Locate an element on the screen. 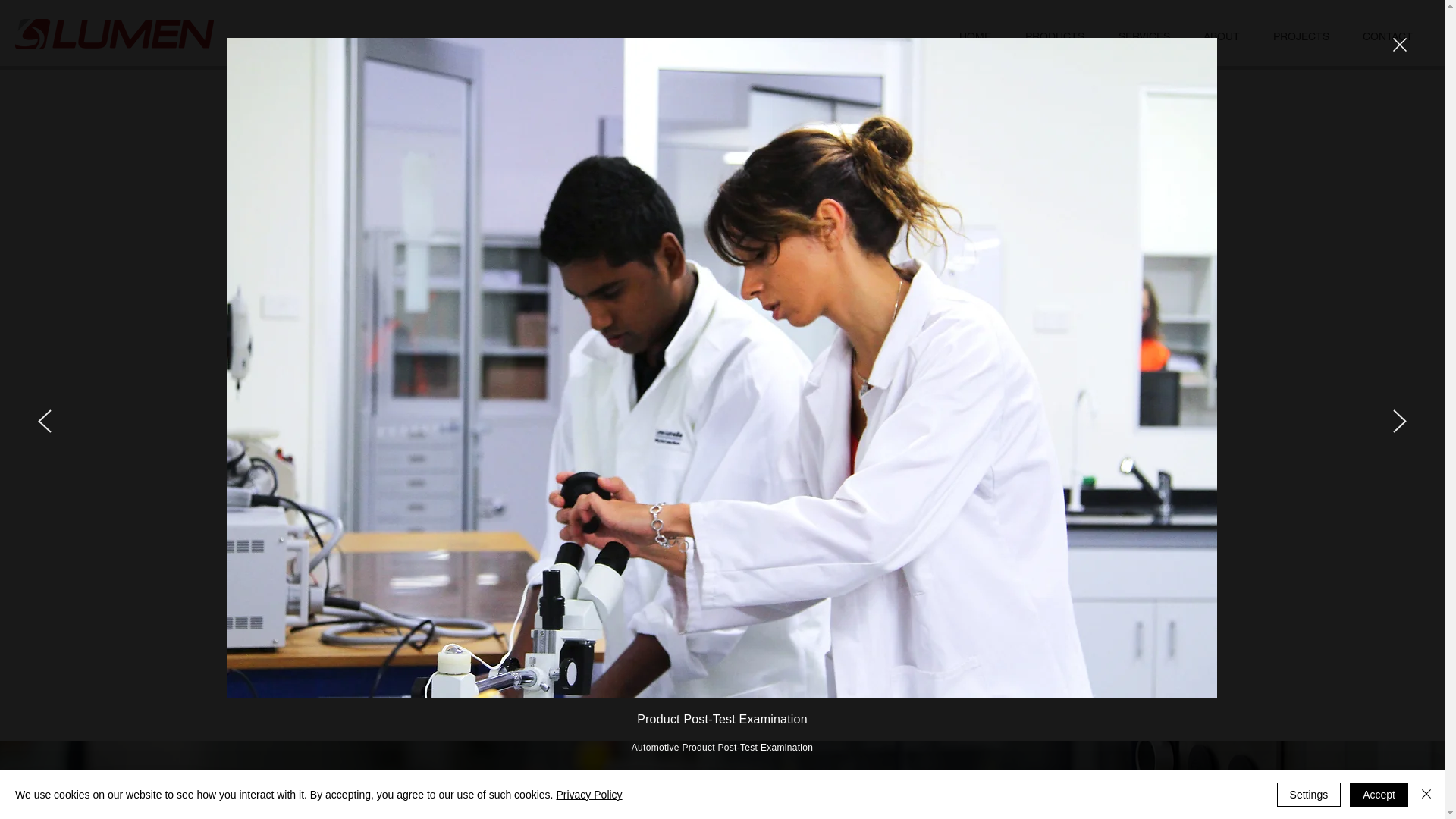 The height and width of the screenshot is (819, 1456). 'HOME' is located at coordinates (974, 36).